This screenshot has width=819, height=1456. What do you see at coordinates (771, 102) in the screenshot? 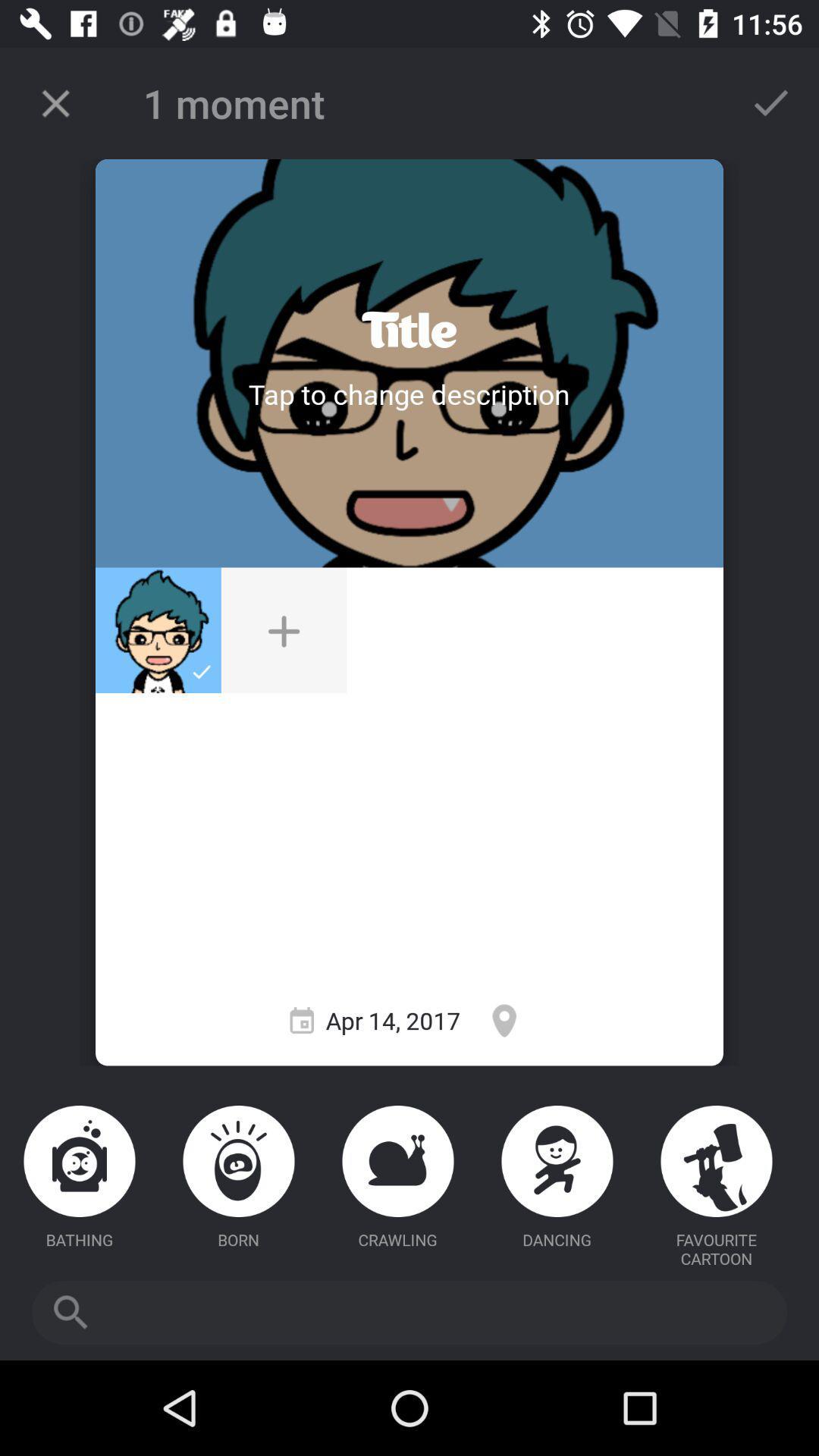
I see `approve` at bounding box center [771, 102].